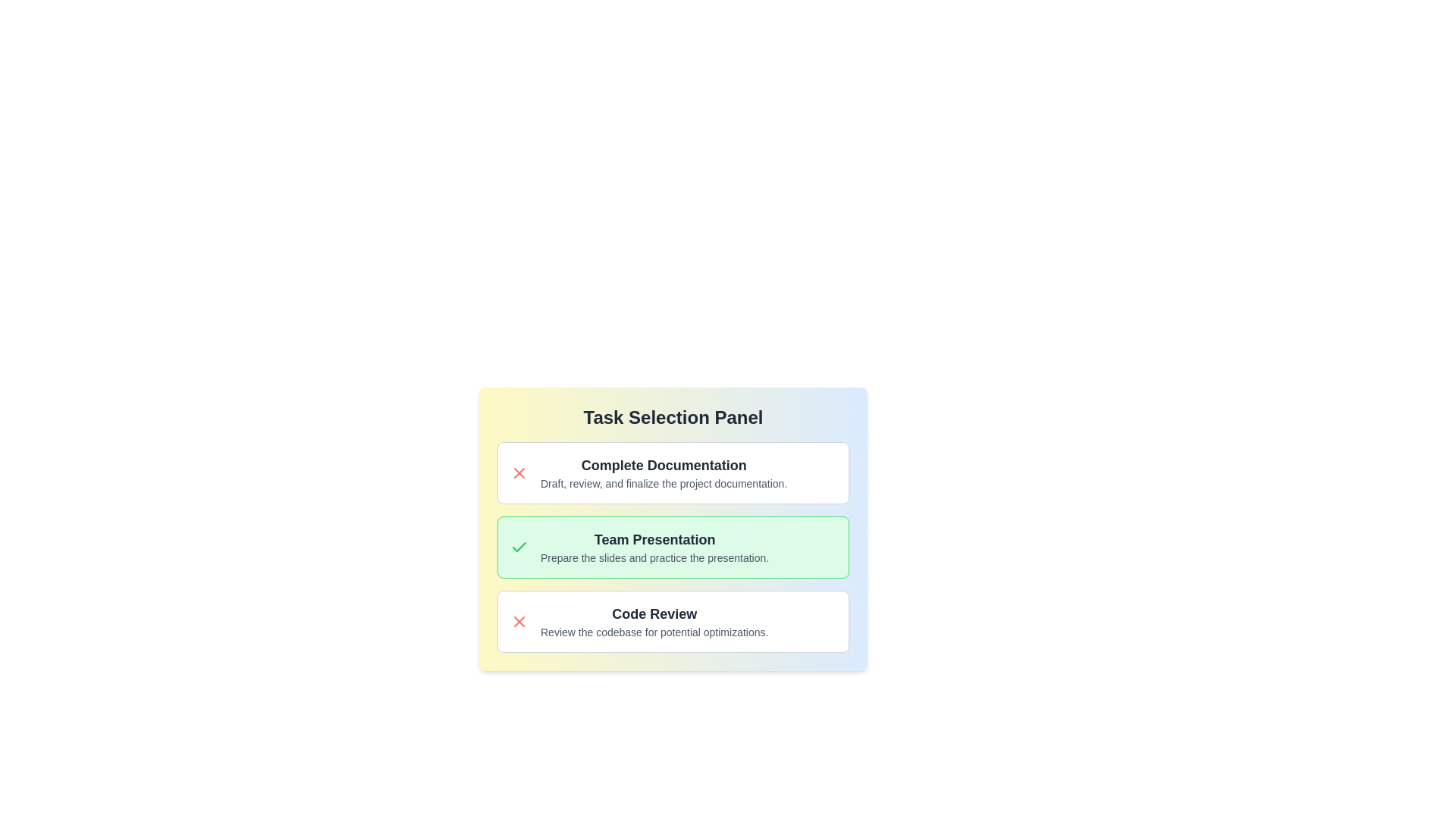 This screenshot has height=819, width=1456. Describe the element at coordinates (664, 472) in the screenshot. I see `the 'Complete Documentation' label, which is the first item in the 'Task Selection Panel' and contains the title and subtitle formatted in different styles` at that location.